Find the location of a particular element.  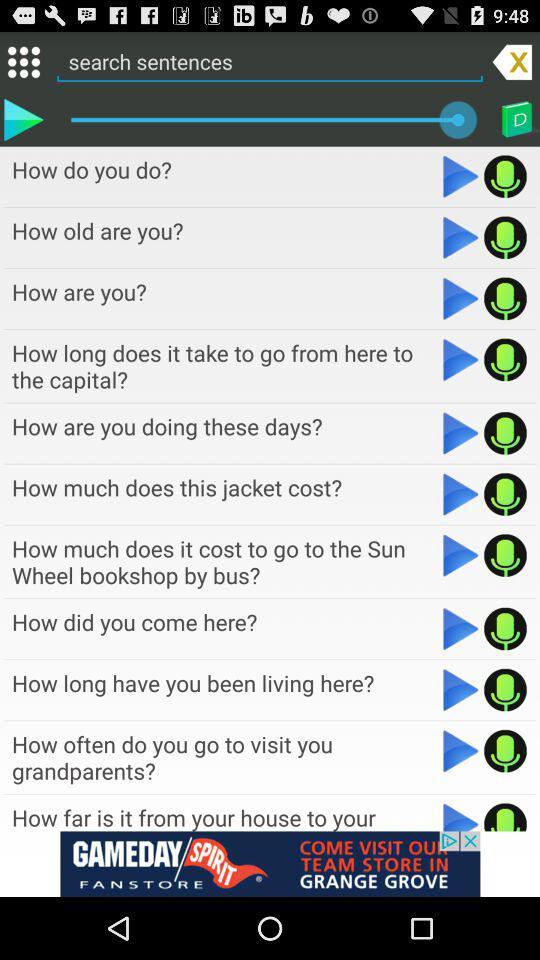

record sound is located at coordinates (504, 750).